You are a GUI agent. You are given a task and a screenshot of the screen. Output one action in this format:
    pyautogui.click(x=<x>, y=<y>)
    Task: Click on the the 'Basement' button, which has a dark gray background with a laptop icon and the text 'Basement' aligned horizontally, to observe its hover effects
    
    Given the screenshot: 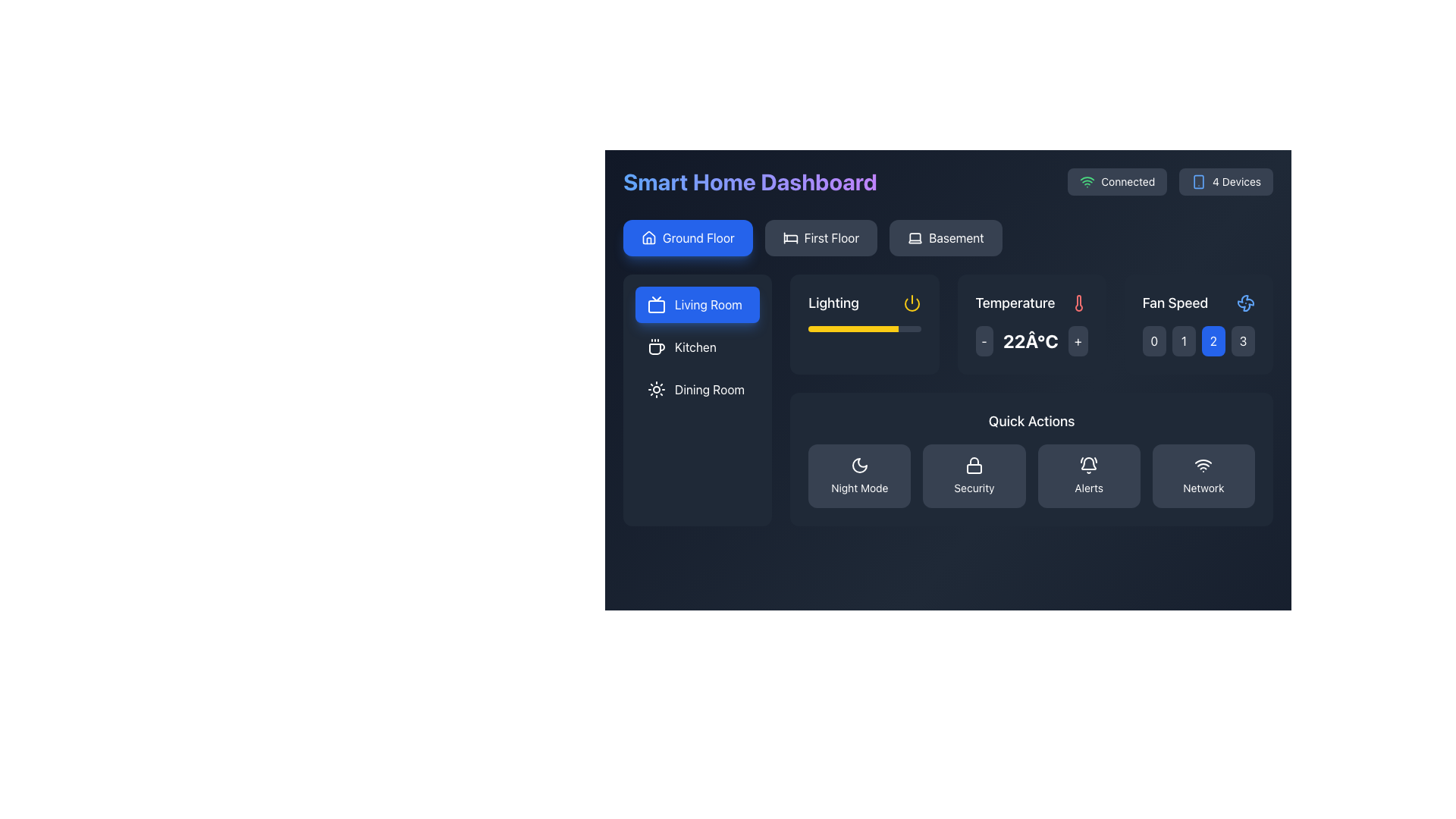 What is the action you would take?
    pyautogui.click(x=945, y=237)
    